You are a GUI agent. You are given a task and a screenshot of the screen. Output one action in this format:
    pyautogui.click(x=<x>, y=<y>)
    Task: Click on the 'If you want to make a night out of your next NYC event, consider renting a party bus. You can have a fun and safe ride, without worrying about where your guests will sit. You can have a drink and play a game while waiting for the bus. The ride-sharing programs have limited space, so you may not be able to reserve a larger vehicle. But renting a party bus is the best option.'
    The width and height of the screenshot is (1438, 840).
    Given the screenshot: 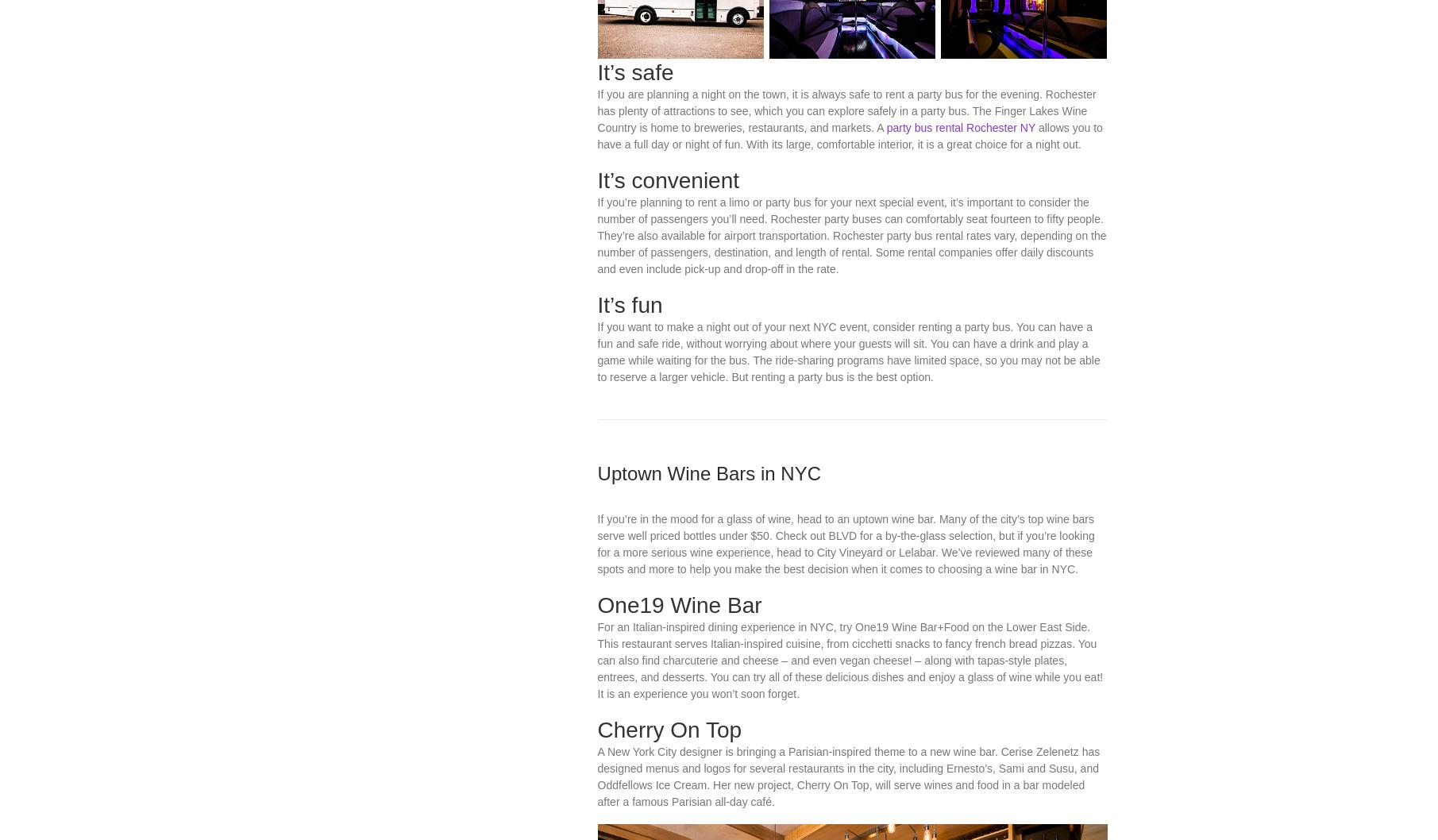 What is the action you would take?
    pyautogui.click(x=848, y=502)
    